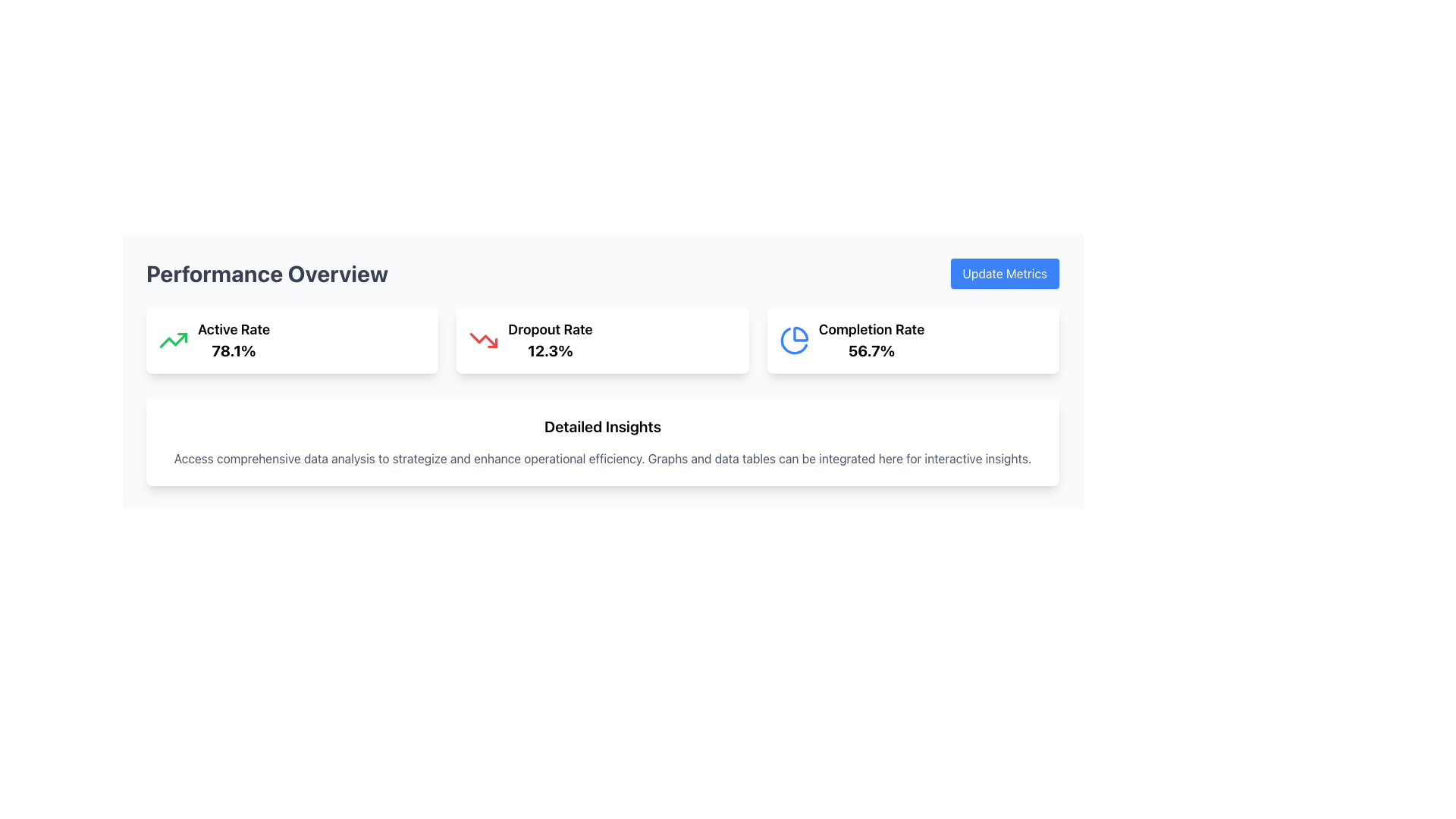 This screenshot has width=1456, height=819. What do you see at coordinates (233, 329) in the screenshot?
I see `the 'Active Rate' static text, which is presented in bold, large font with a black color, located at the top of the leftmost card among three cards, and has a green upward trending arrow icon to its left` at bounding box center [233, 329].